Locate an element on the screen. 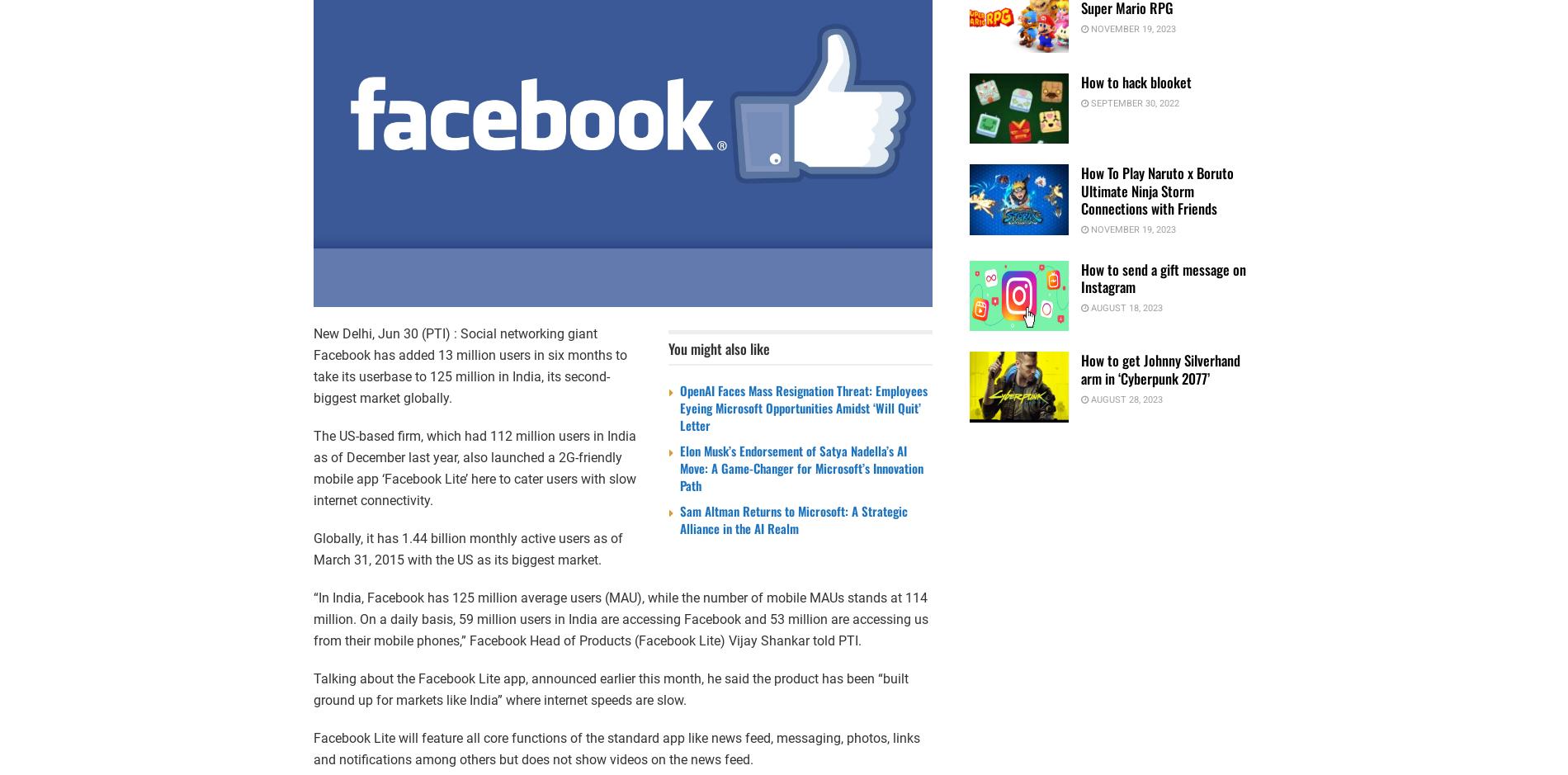  'OpenAI Faces Mass Resignation Threat: Employees Eyeing Microsoft Opportunities Amidst ‘Will Quit’ Letter' is located at coordinates (803, 407).